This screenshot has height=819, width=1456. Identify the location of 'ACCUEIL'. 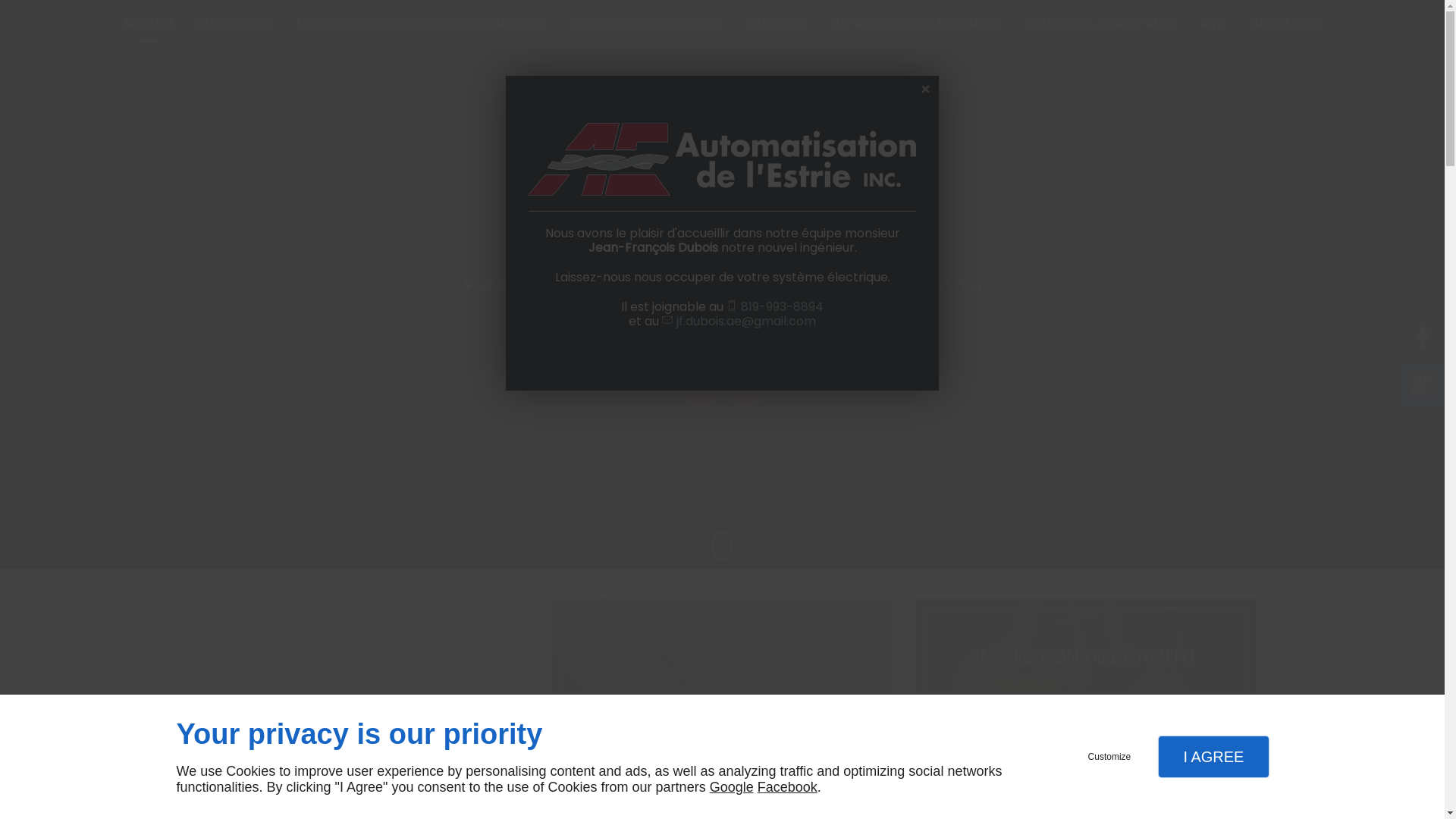
(149, 24).